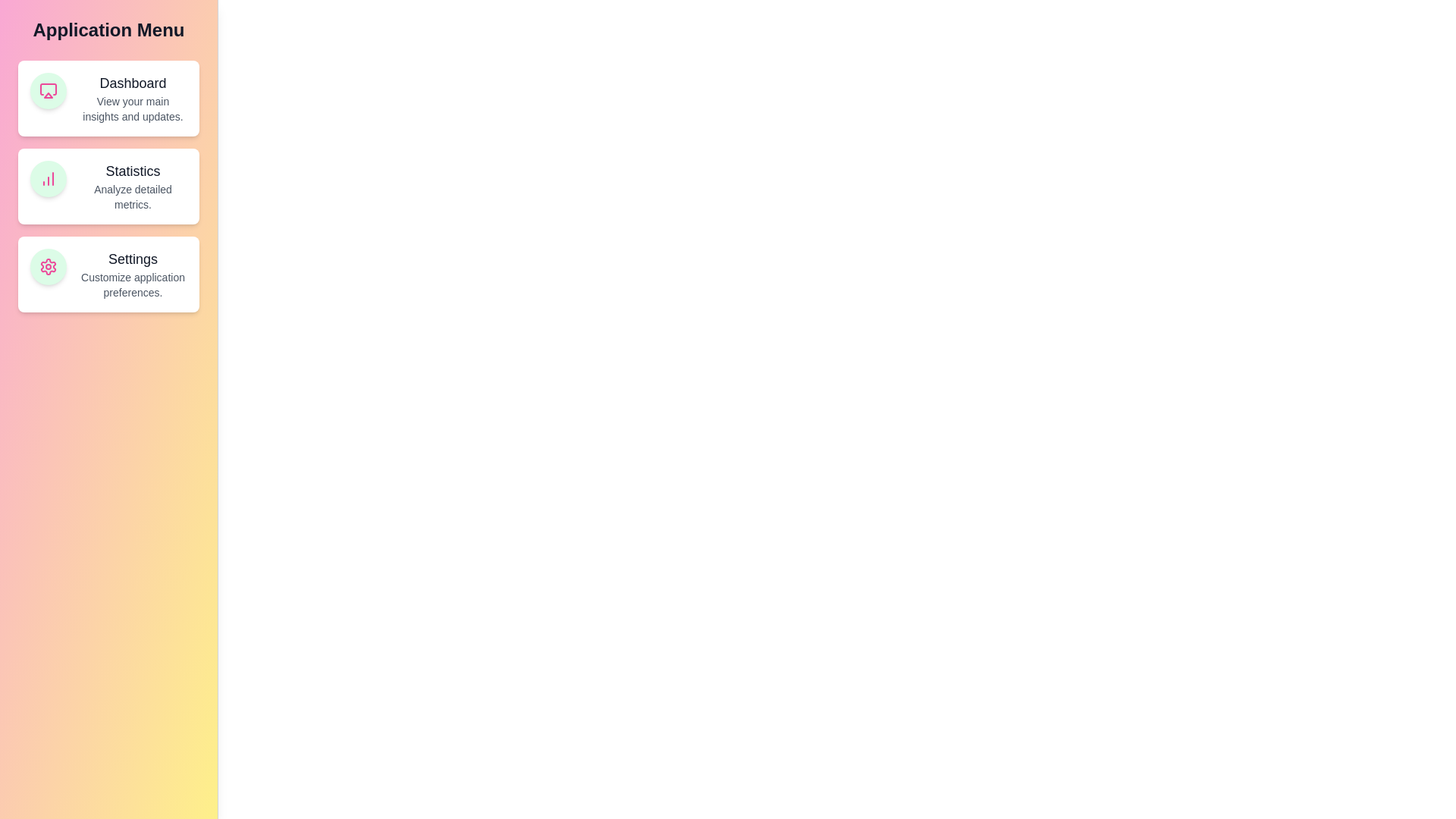 The height and width of the screenshot is (819, 1456). What do you see at coordinates (108, 275) in the screenshot?
I see `the feature card for Settings` at bounding box center [108, 275].